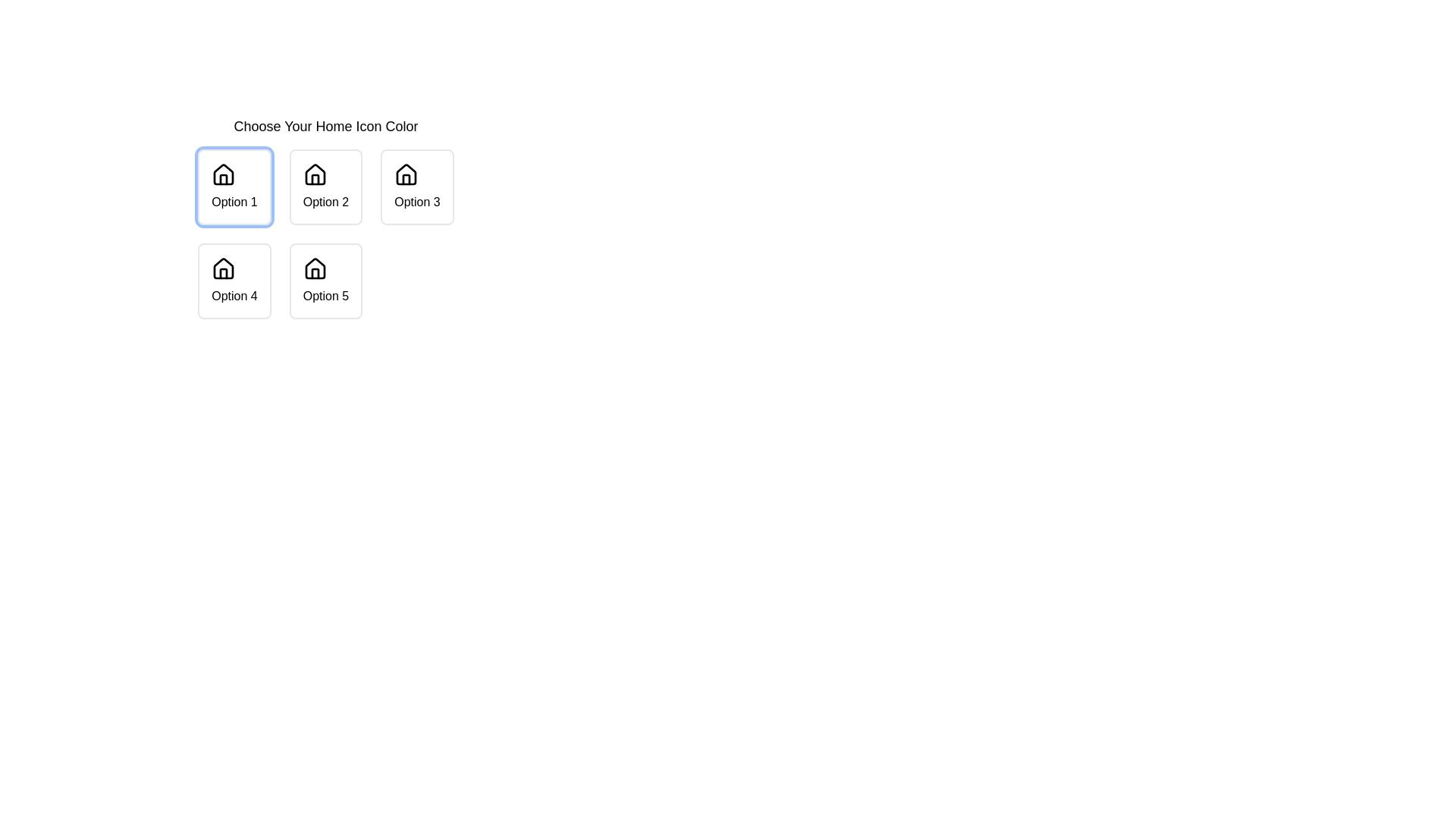  I want to click on the house icon element featuring an open door located in the bottom-right section of the group of five house icons, so click(314, 274).